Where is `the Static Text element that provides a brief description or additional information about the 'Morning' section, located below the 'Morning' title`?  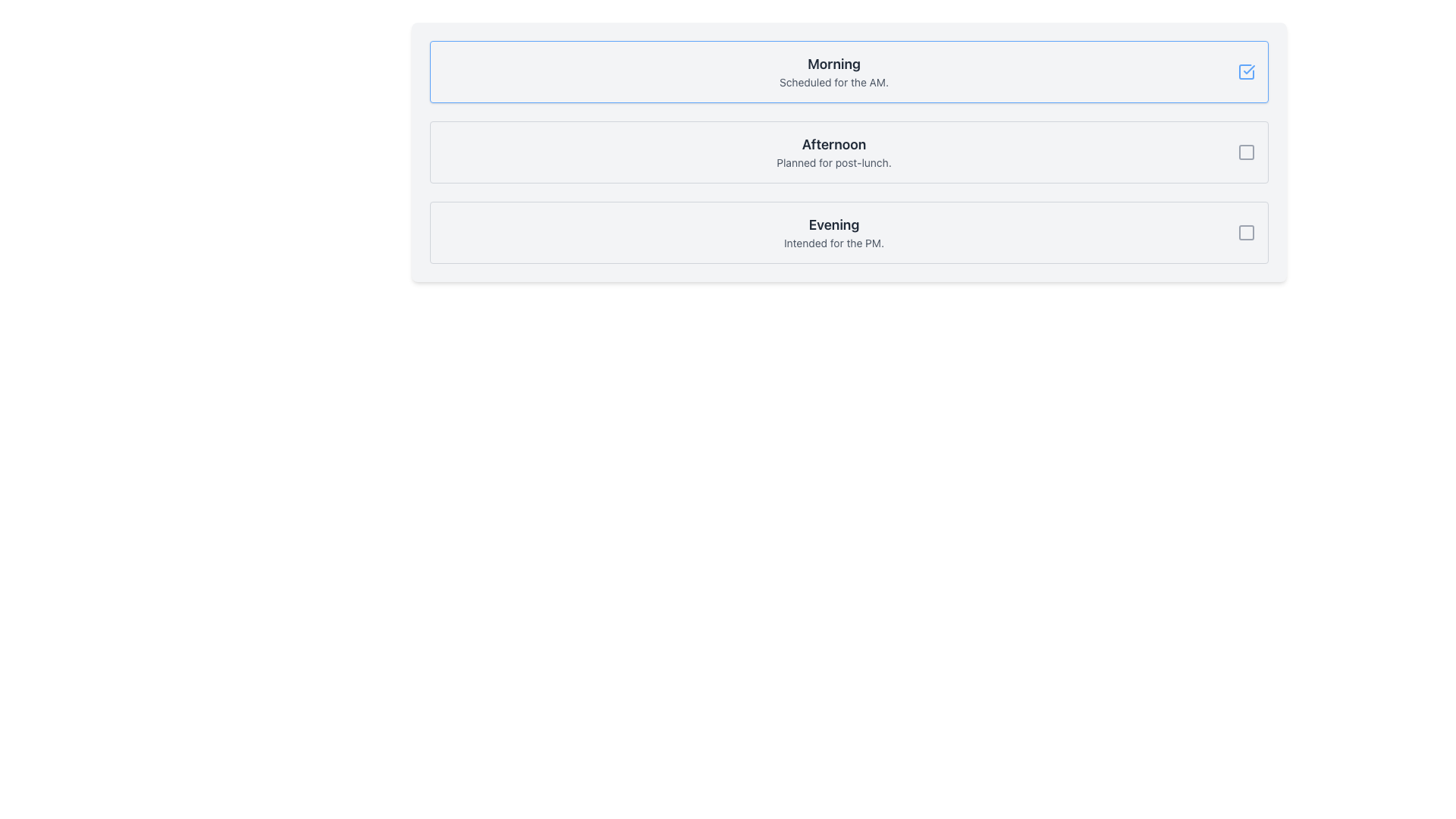
the Static Text element that provides a brief description or additional information about the 'Morning' section, located below the 'Morning' title is located at coordinates (833, 82).